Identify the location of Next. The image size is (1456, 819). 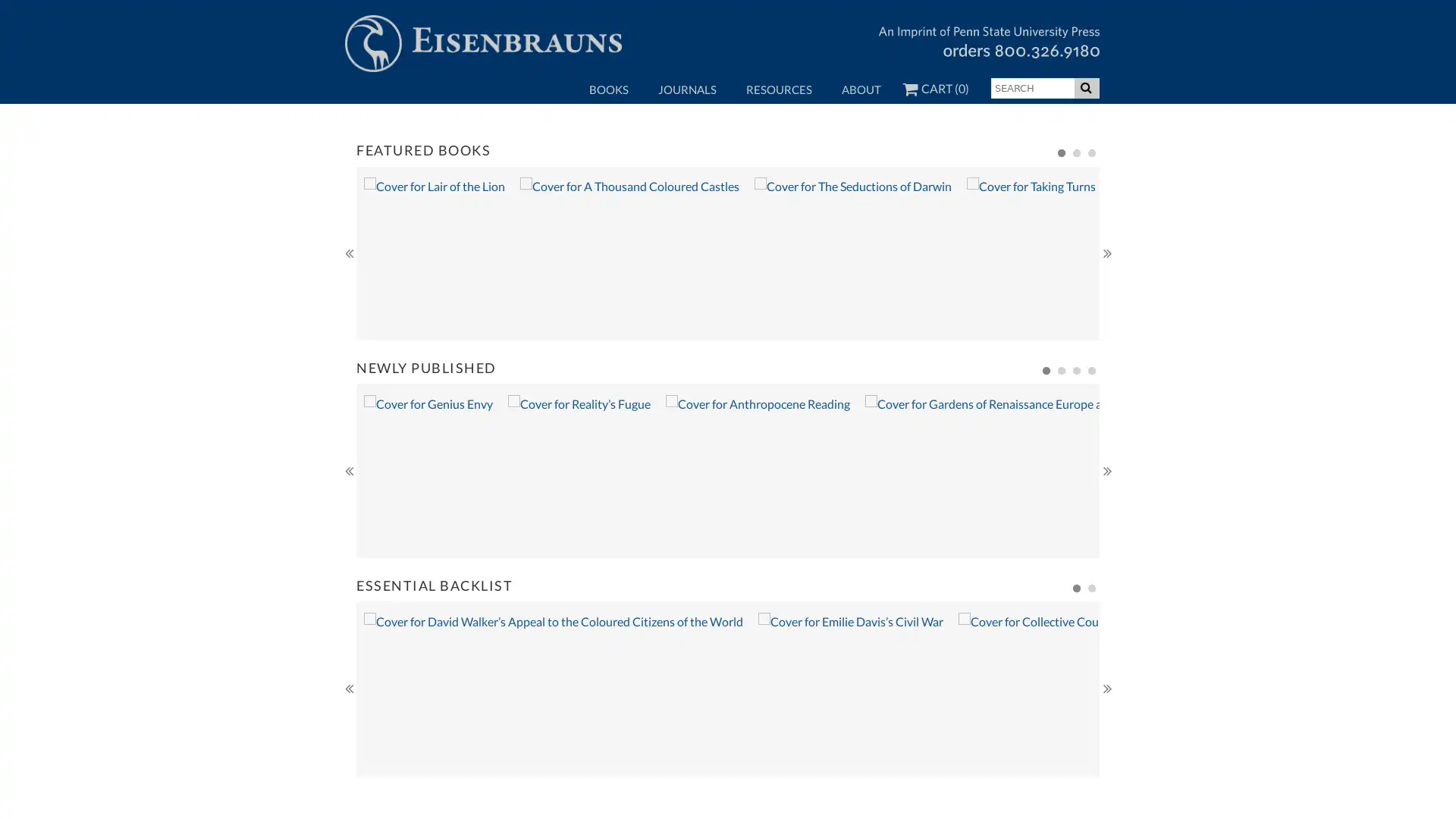
(1106, 253).